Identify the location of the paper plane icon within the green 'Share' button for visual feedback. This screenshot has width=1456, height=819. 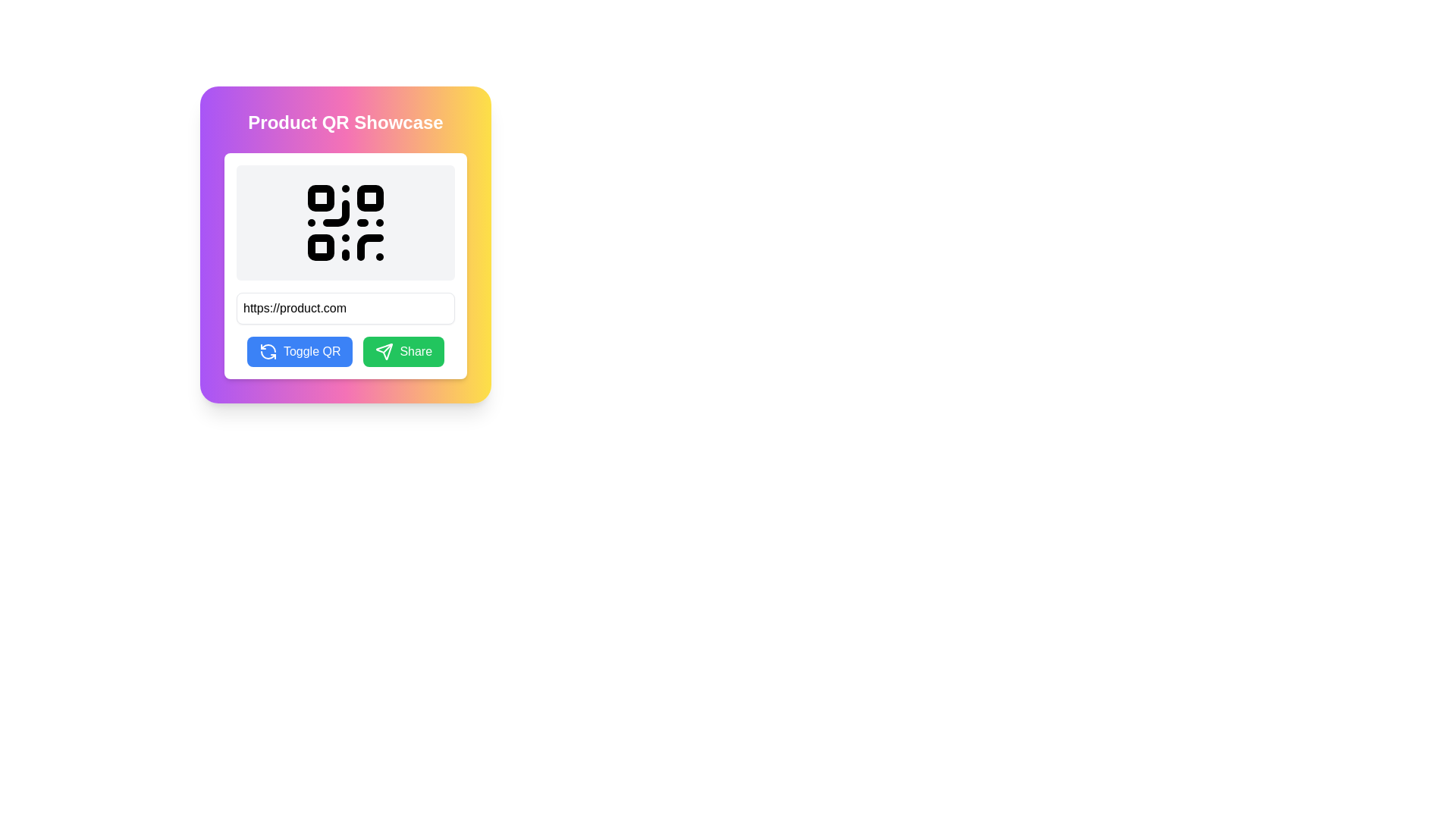
(384, 351).